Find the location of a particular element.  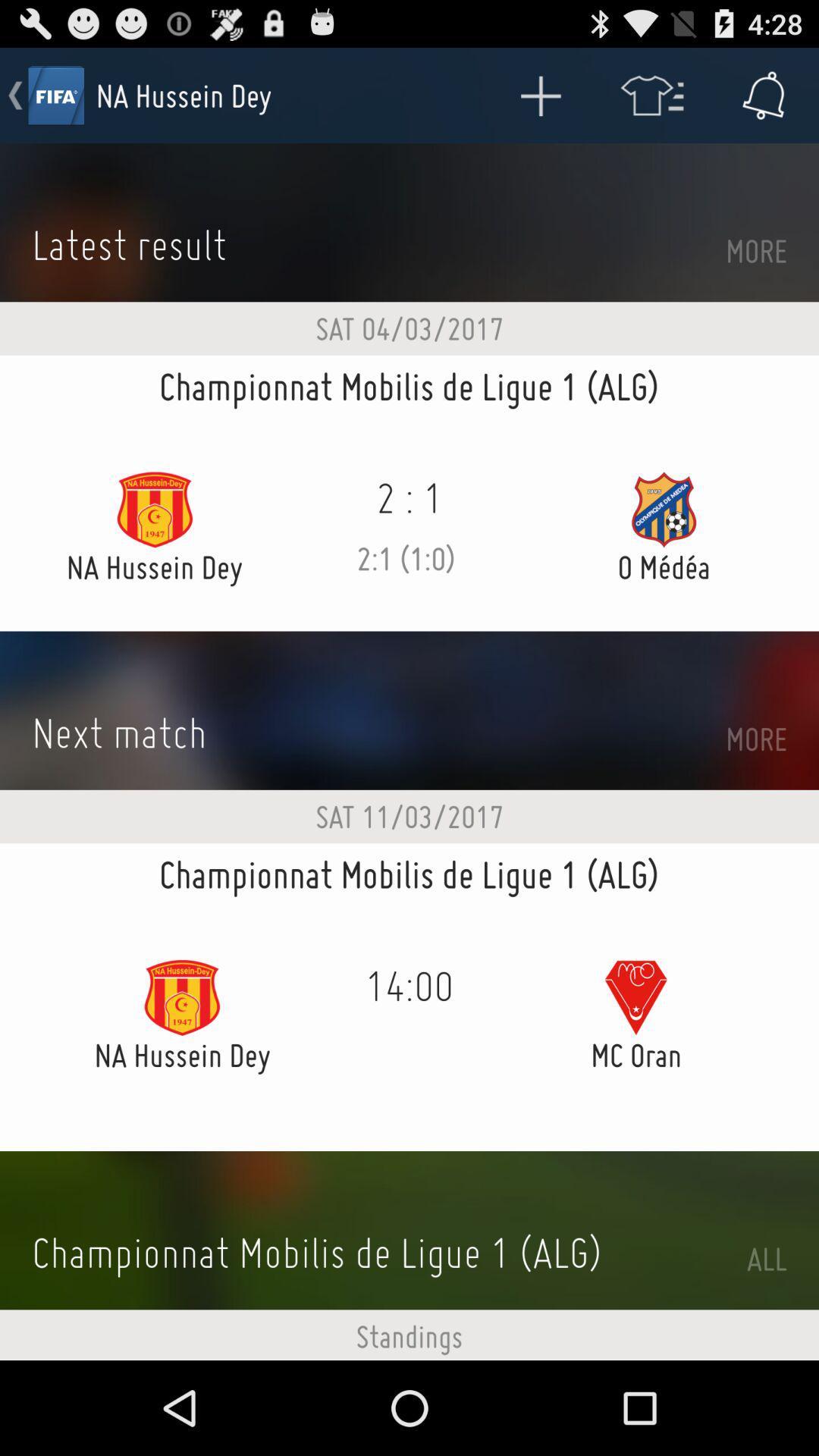

the item above more item is located at coordinates (763, 94).